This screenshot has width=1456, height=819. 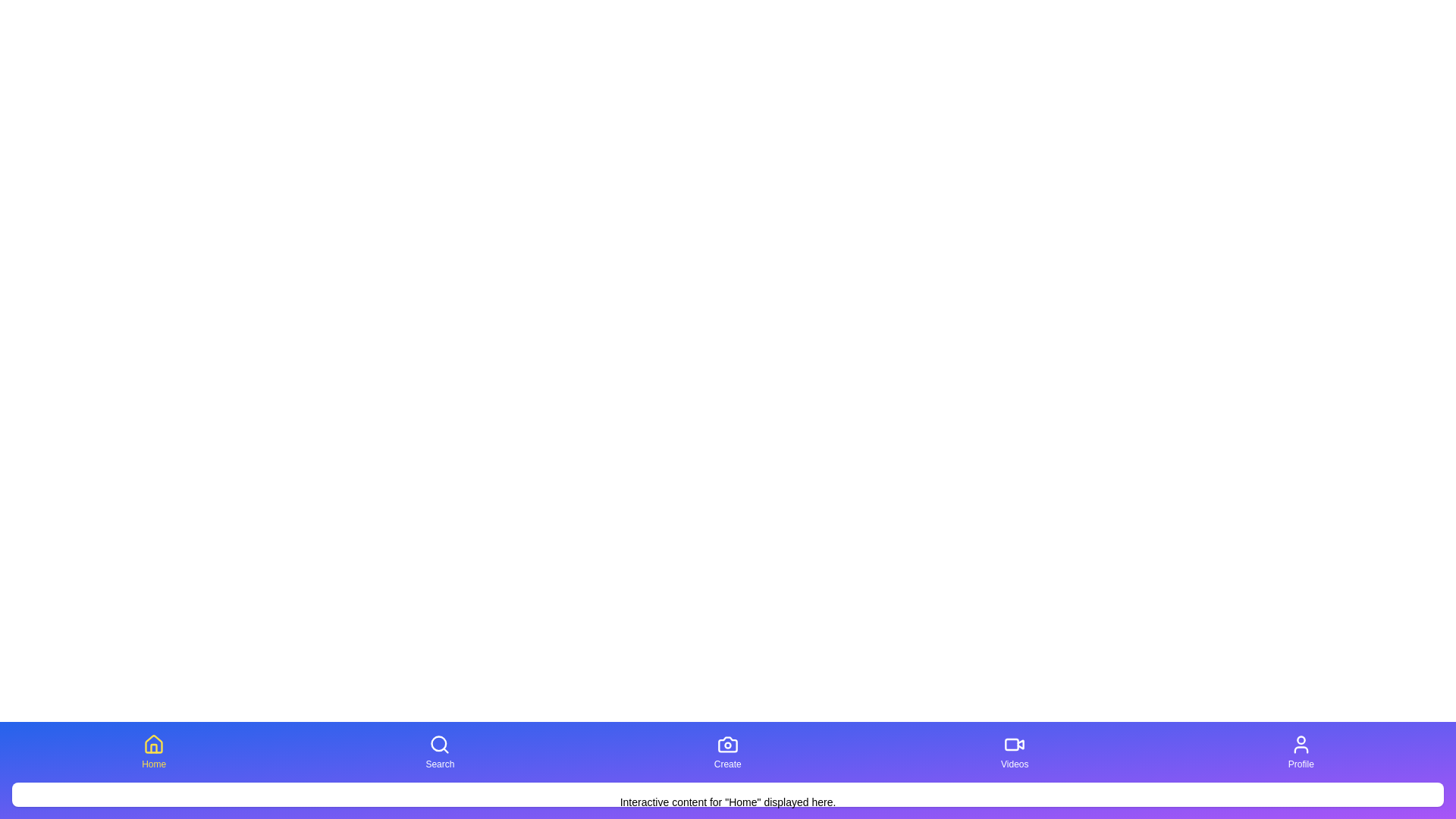 What do you see at coordinates (728, 752) in the screenshot?
I see `the button corresponding to Create` at bounding box center [728, 752].